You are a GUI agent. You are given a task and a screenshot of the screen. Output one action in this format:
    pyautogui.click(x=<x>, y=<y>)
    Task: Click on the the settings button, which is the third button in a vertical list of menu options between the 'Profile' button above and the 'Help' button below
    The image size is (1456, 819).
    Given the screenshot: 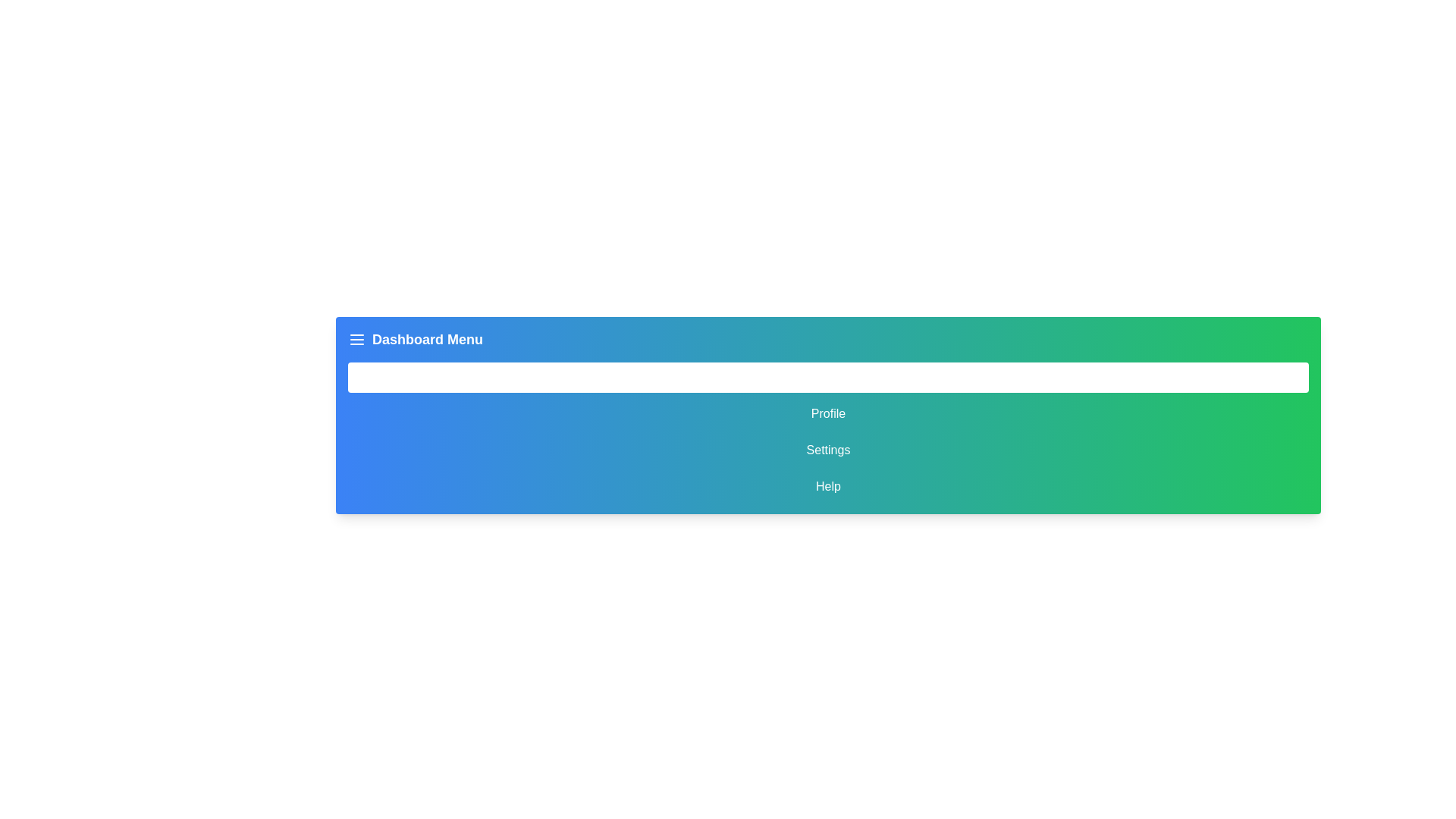 What is the action you would take?
    pyautogui.click(x=827, y=450)
    